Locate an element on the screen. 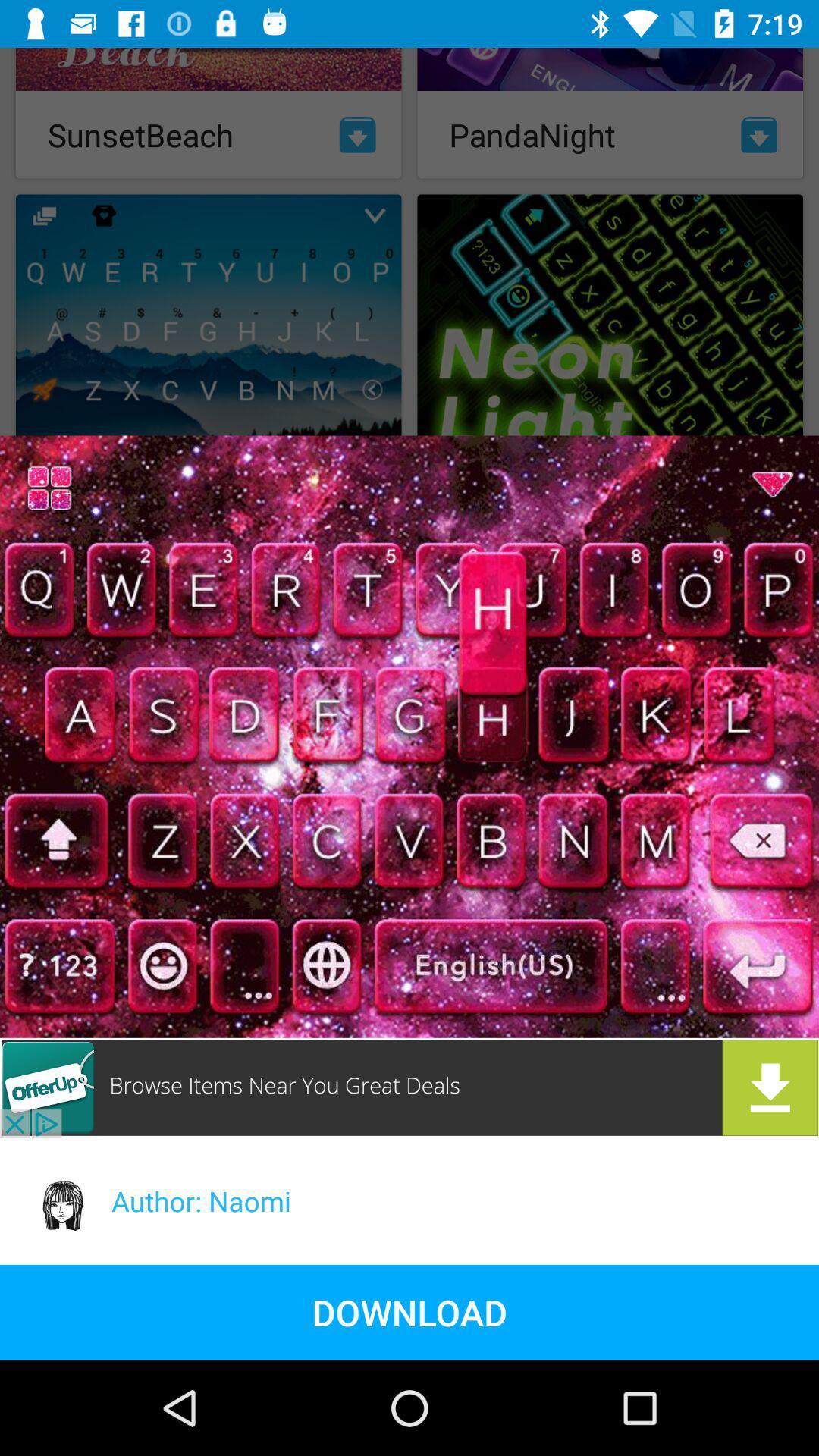 Image resolution: width=819 pixels, height=1456 pixels. open advertisement is located at coordinates (409, 1087).